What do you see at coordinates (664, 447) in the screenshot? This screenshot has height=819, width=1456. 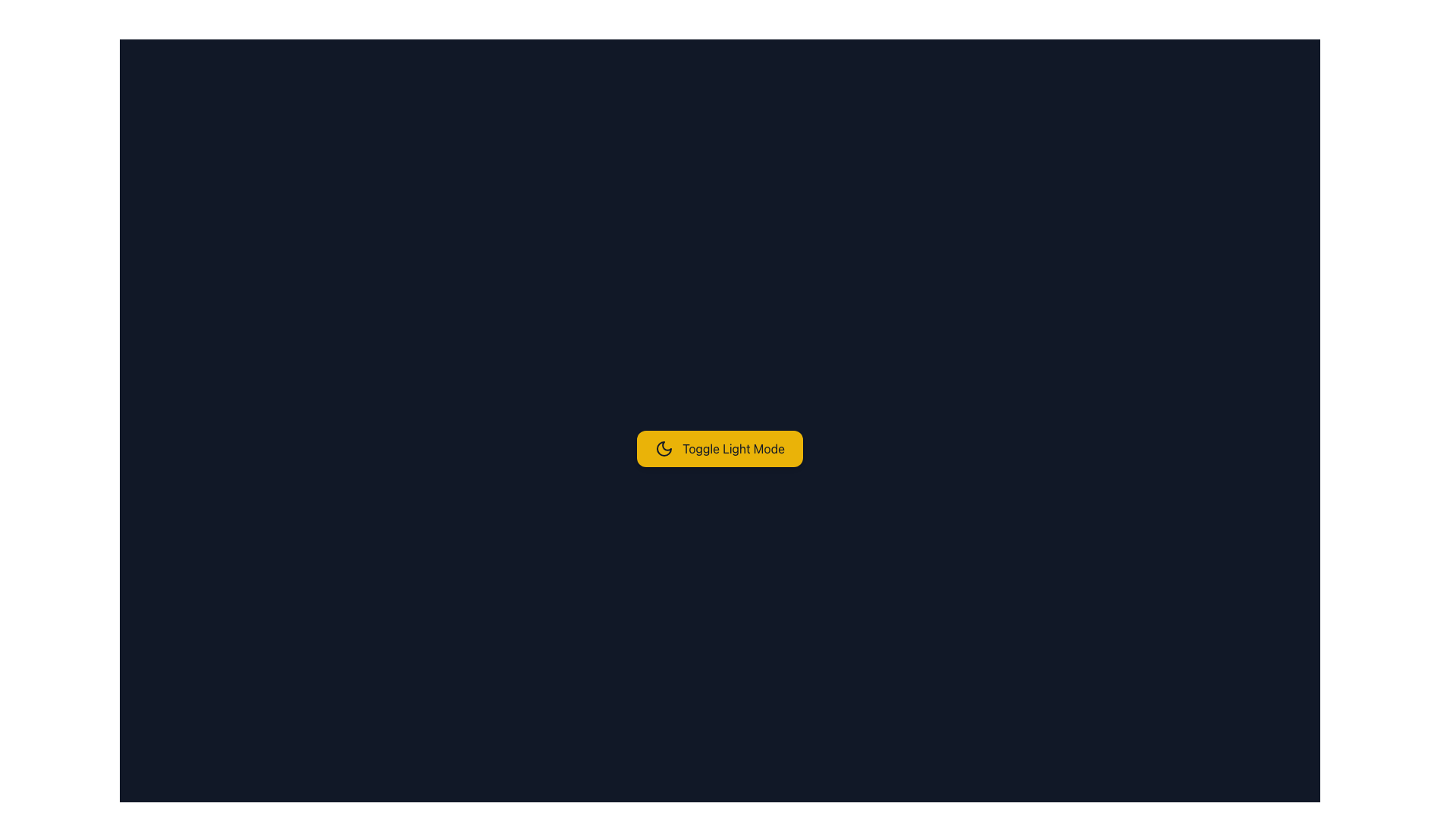 I see `the crescent moon icon within the 'Toggle Light Mode' button, which has a gold fill and black outline` at bounding box center [664, 447].